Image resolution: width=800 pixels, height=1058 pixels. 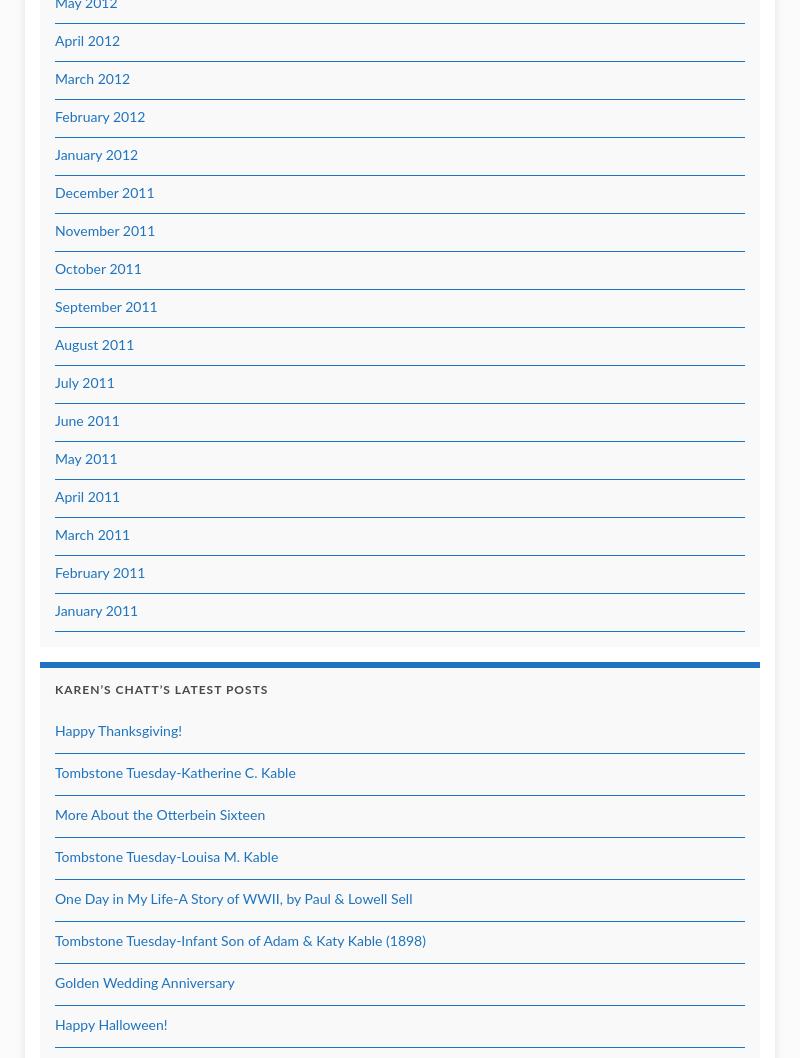 I want to click on 'April 2012', so click(x=87, y=42).